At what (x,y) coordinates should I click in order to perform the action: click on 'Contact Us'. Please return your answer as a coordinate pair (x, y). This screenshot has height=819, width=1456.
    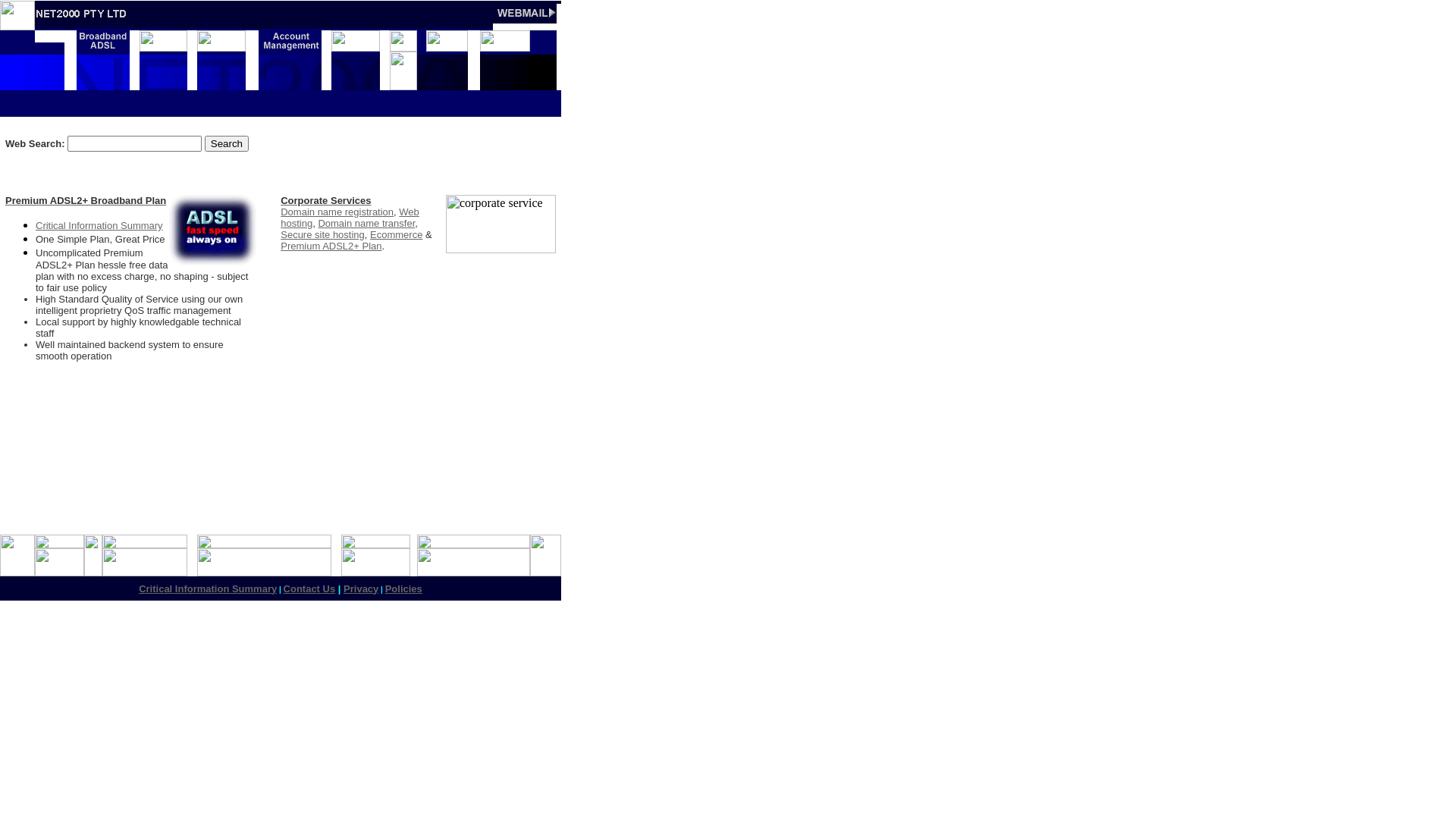
    Looking at the image, I should click on (309, 588).